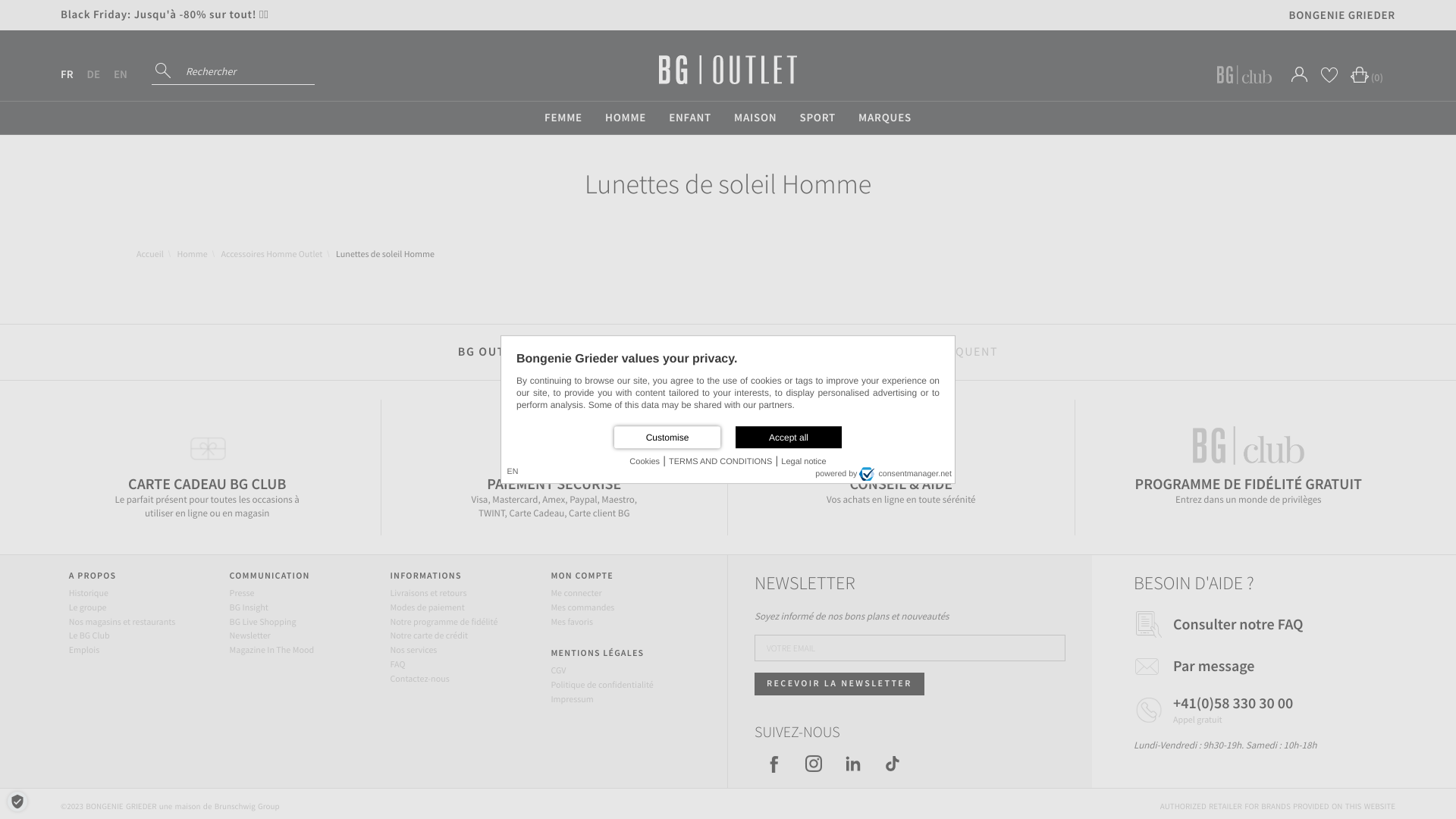 This screenshot has height=819, width=1456. What do you see at coordinates (89, 635) in the screenshot?
I see `'Le BG Club'` at bounding box center [89, 635].